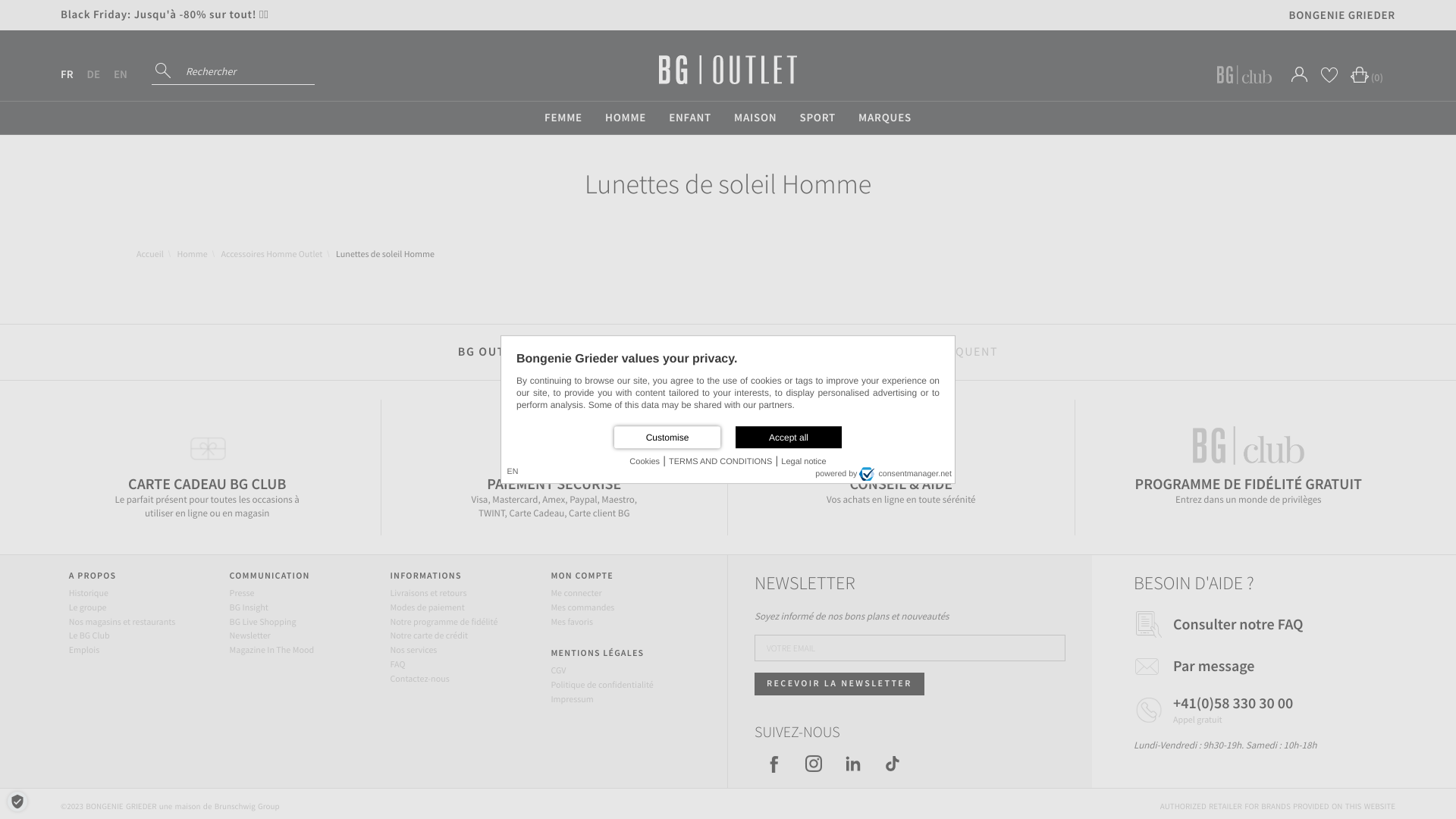 This screenshot has height=819, width=1456. What do you see at coordinates (89, 635) in the screenshot?
I see `'Le BG Club'` at bounding box center [89, 635].